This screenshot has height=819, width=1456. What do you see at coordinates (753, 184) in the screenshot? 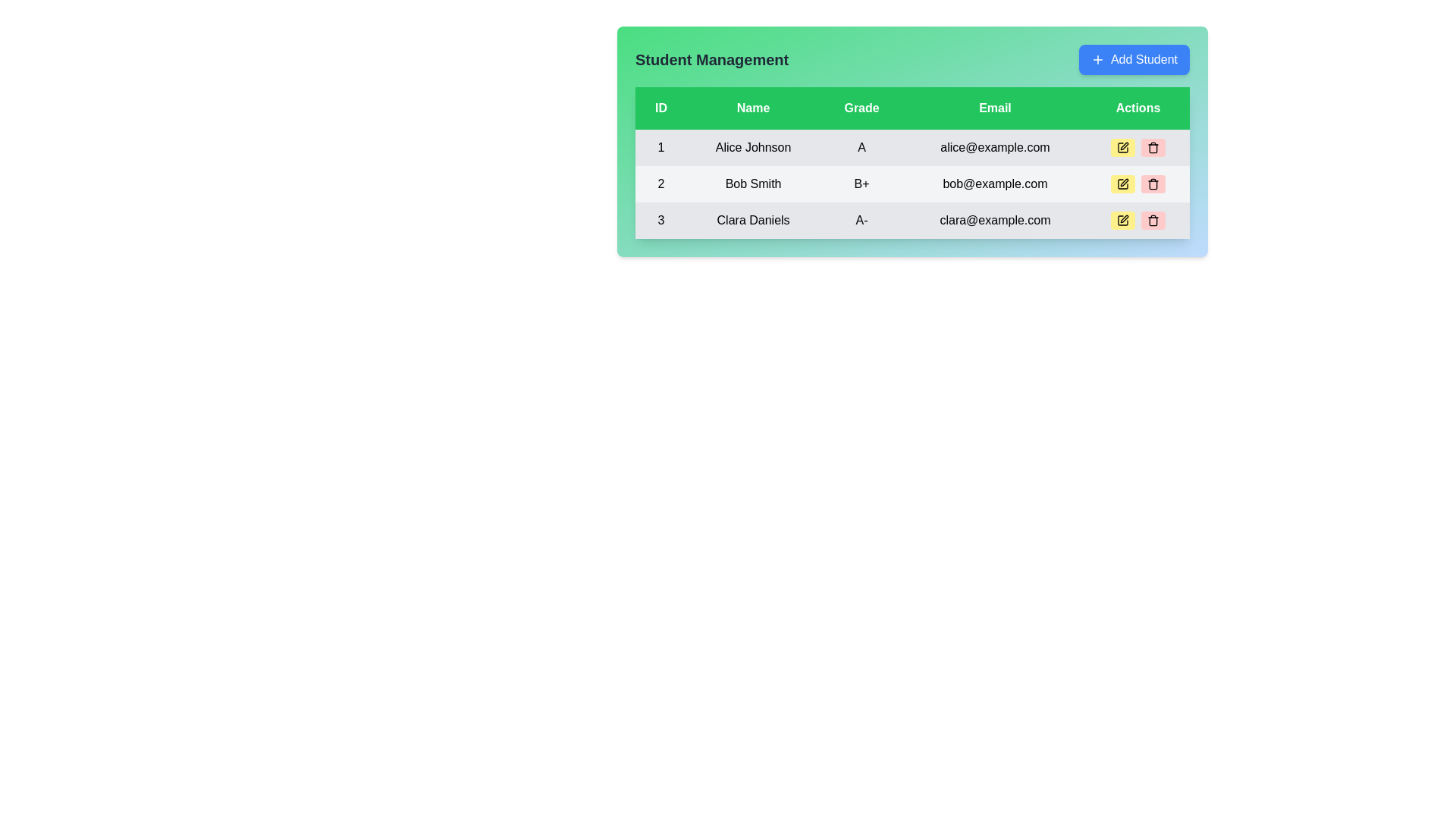
I see `the text label displaying the name 'Bob Smith' located in the 'Student Management' table, which is the second item in the 'Name' column of the second row` at bounding box center [753, 184].